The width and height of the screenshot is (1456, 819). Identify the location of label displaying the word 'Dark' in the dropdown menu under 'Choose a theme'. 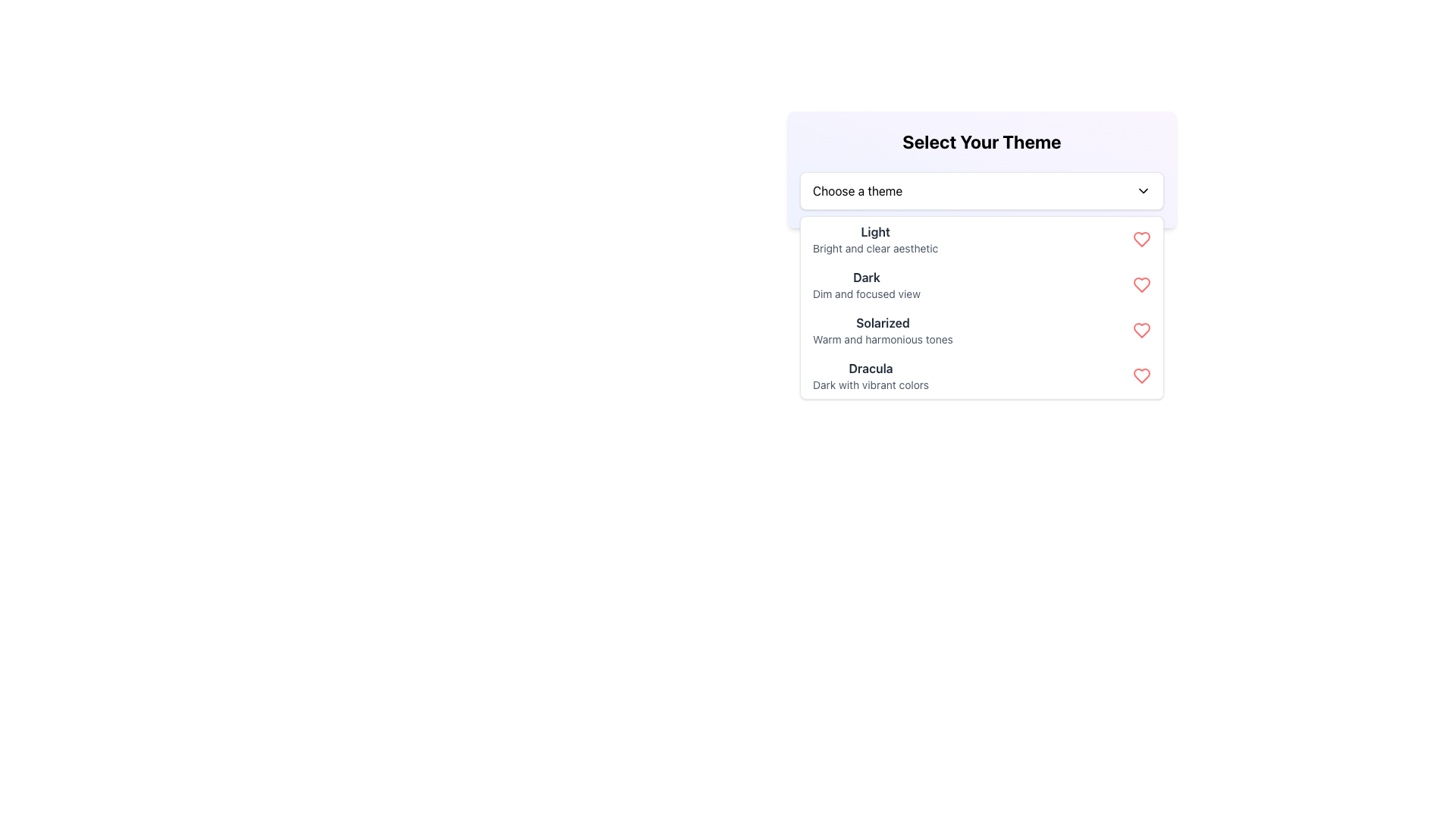
(866, 278).